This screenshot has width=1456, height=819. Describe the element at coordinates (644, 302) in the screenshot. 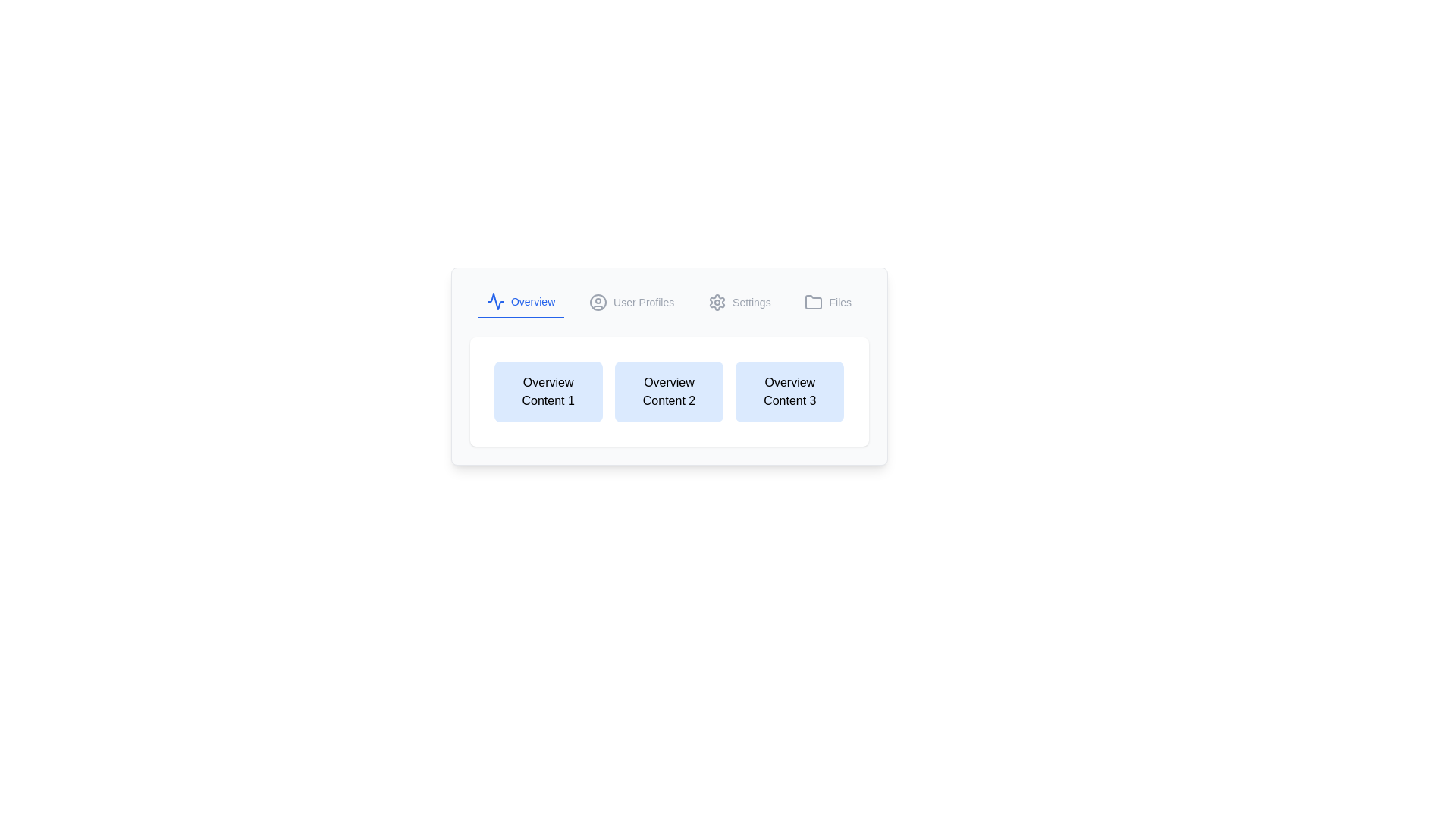

I see `the 'User Profiles' navigation link` at that location.